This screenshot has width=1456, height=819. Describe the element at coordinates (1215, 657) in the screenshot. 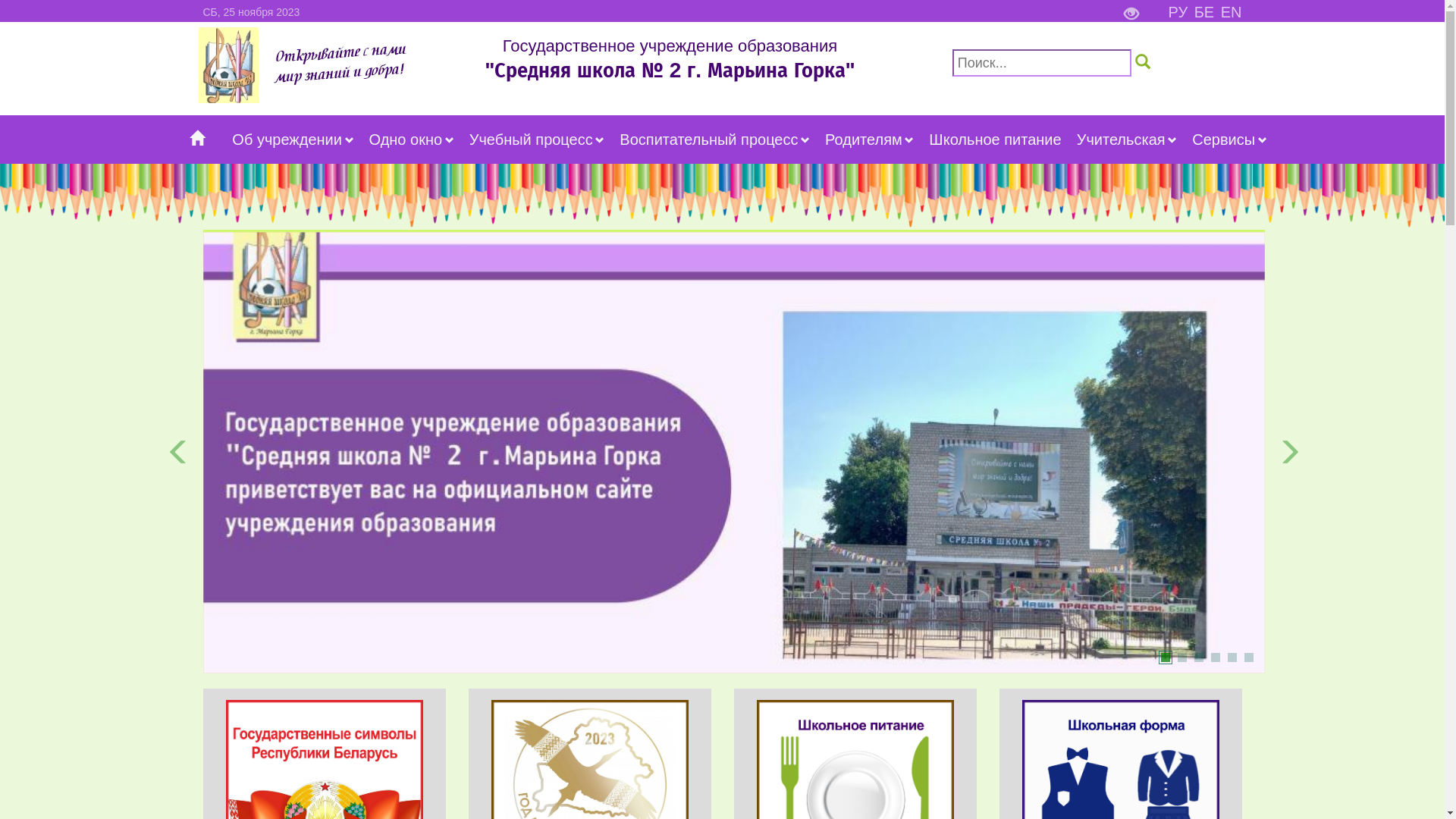

I see `'4'` at that location.